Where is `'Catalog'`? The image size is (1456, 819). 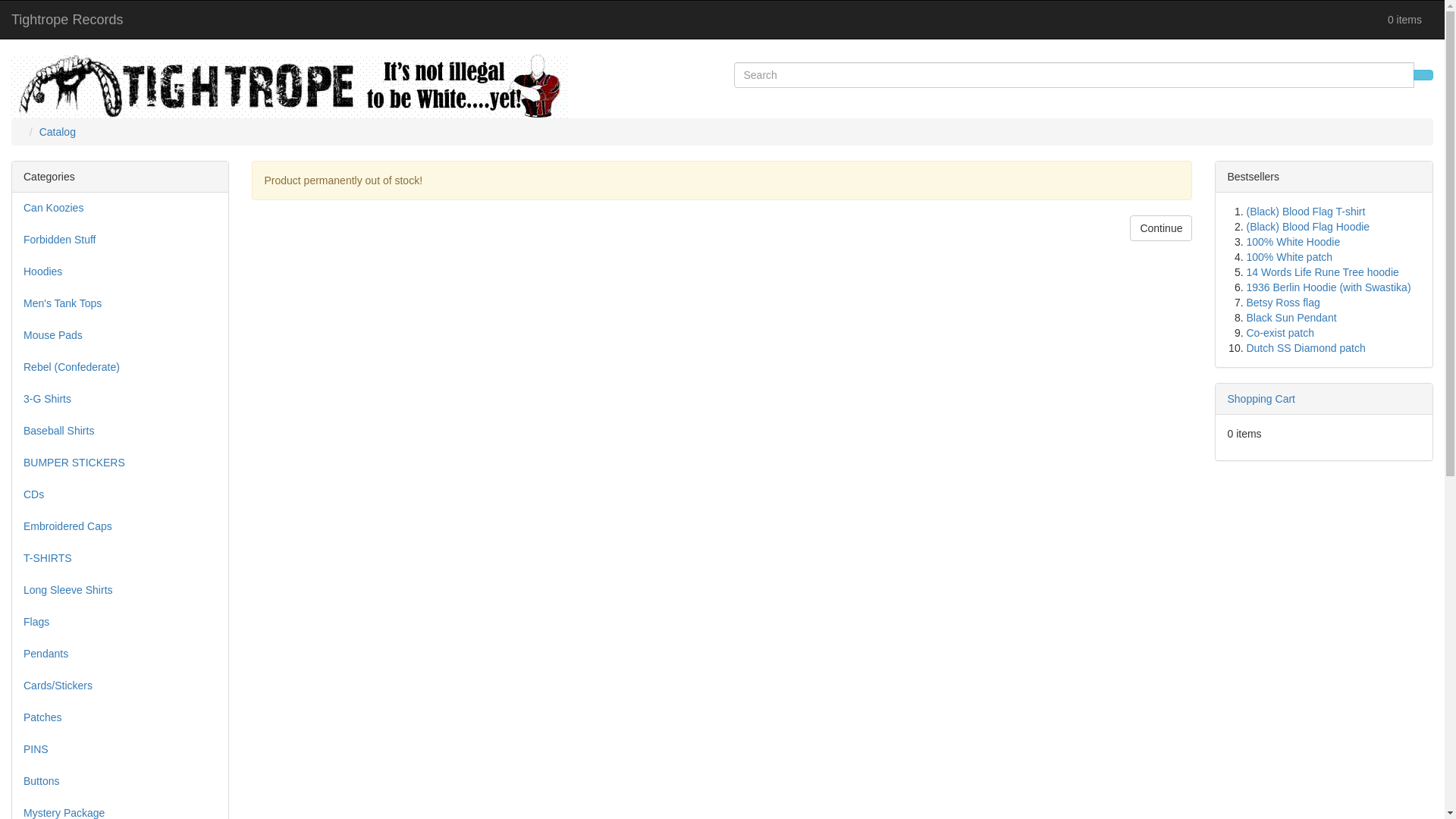 'Catalog' is located at coordinates (58, 130).